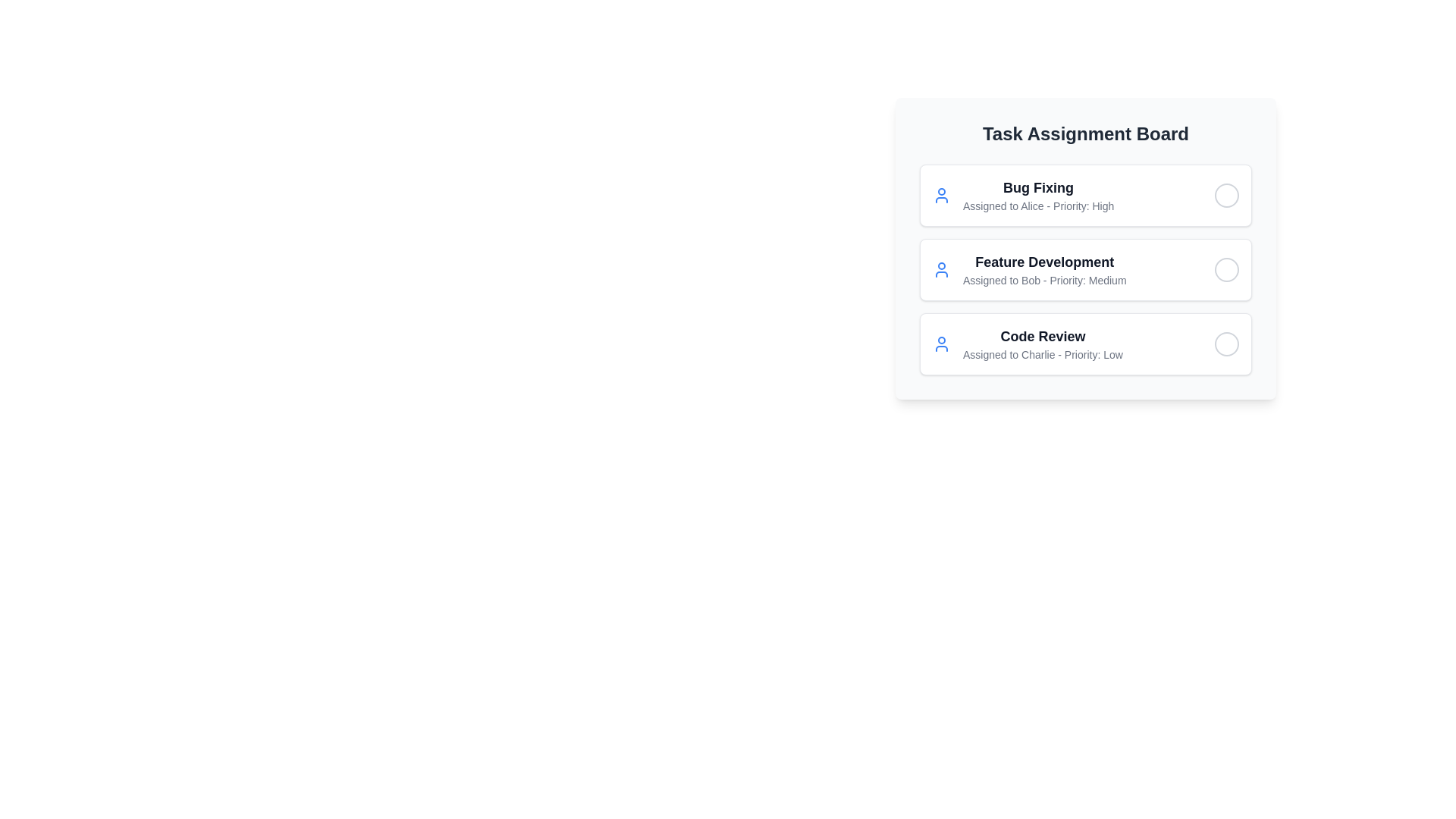 Image resolution: width=1456 pixels, height=819 pixels. Describe the element at coordinates (1041, 344) in the screenshot. I see `the text block displaying task information for 'Code Review'` at that location.